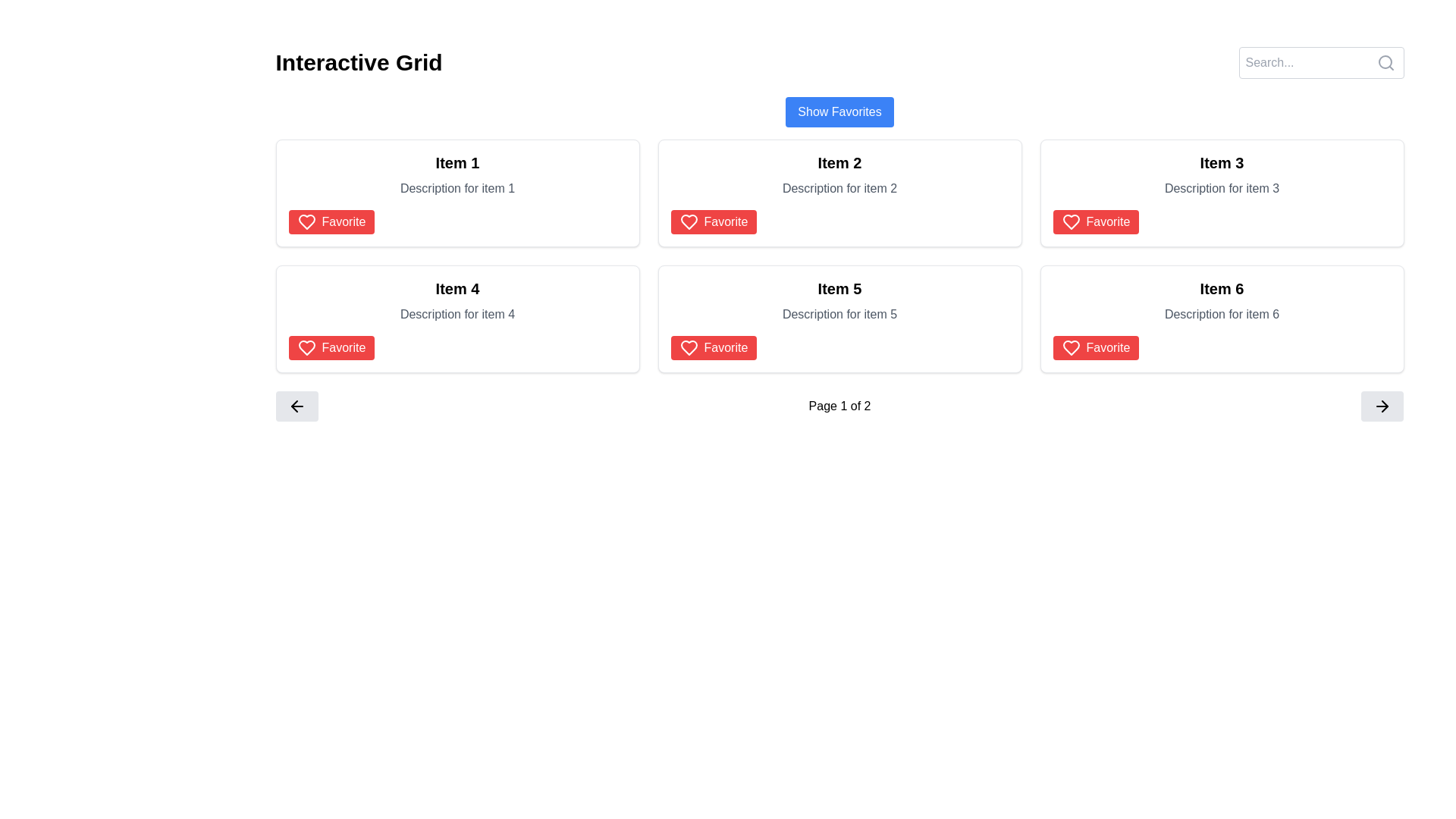  Describe the element at coordinates (713, 348) in the screenshot. I see `the favorite button located at the bottom center of the card labeled 'Item 5'` at that location.